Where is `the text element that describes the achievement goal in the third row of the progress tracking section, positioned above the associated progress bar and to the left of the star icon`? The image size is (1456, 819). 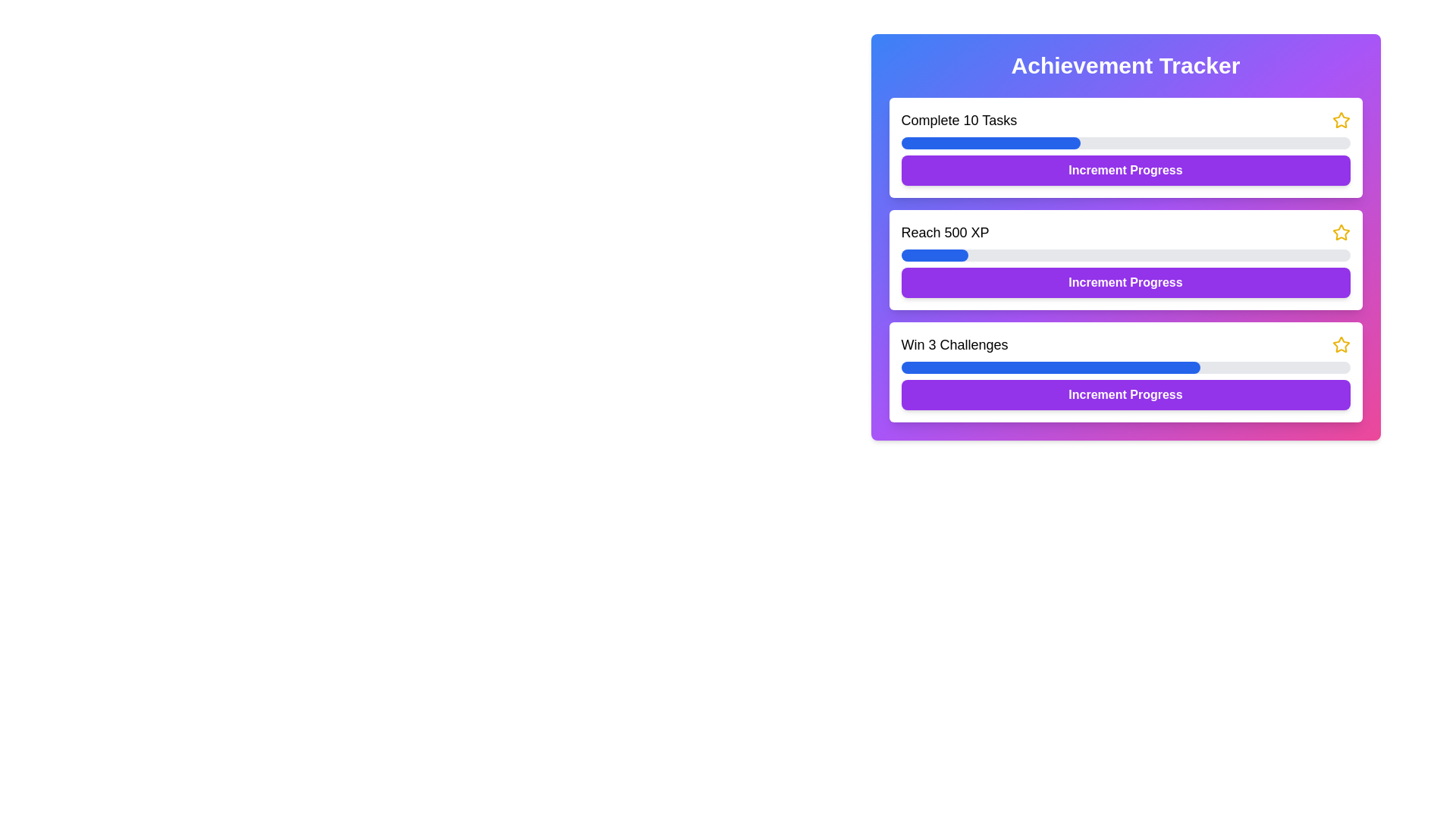 the text element that describes the achievement goal in the third row of the progress tracking section, positioned above the associated progress bar and to the left of the star icon is located at coordinates (953, 345).